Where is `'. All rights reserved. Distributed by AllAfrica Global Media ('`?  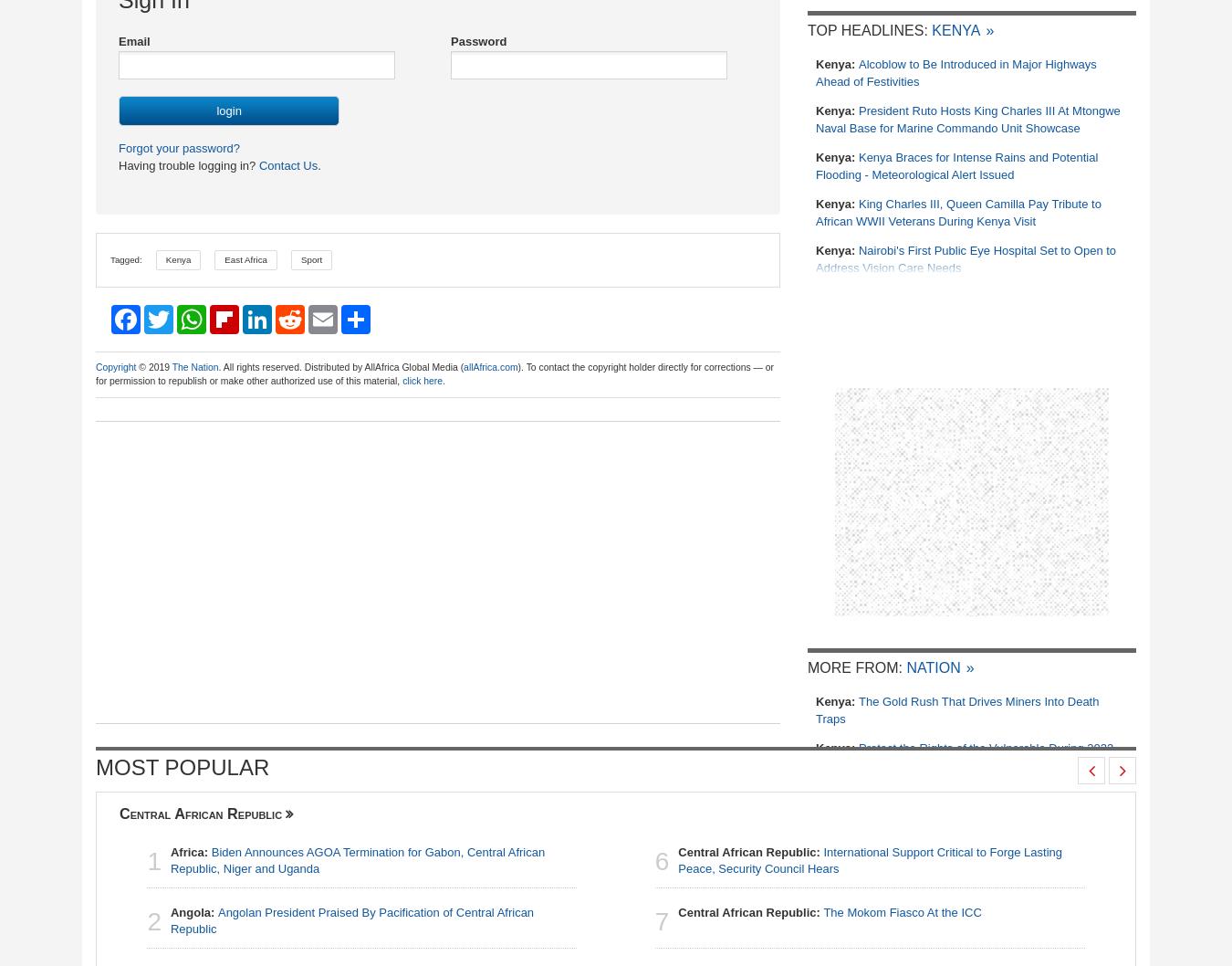
'. All rights reserved. Distributed by AllAfrica Global Media (' is located at coordinates (216, 366).